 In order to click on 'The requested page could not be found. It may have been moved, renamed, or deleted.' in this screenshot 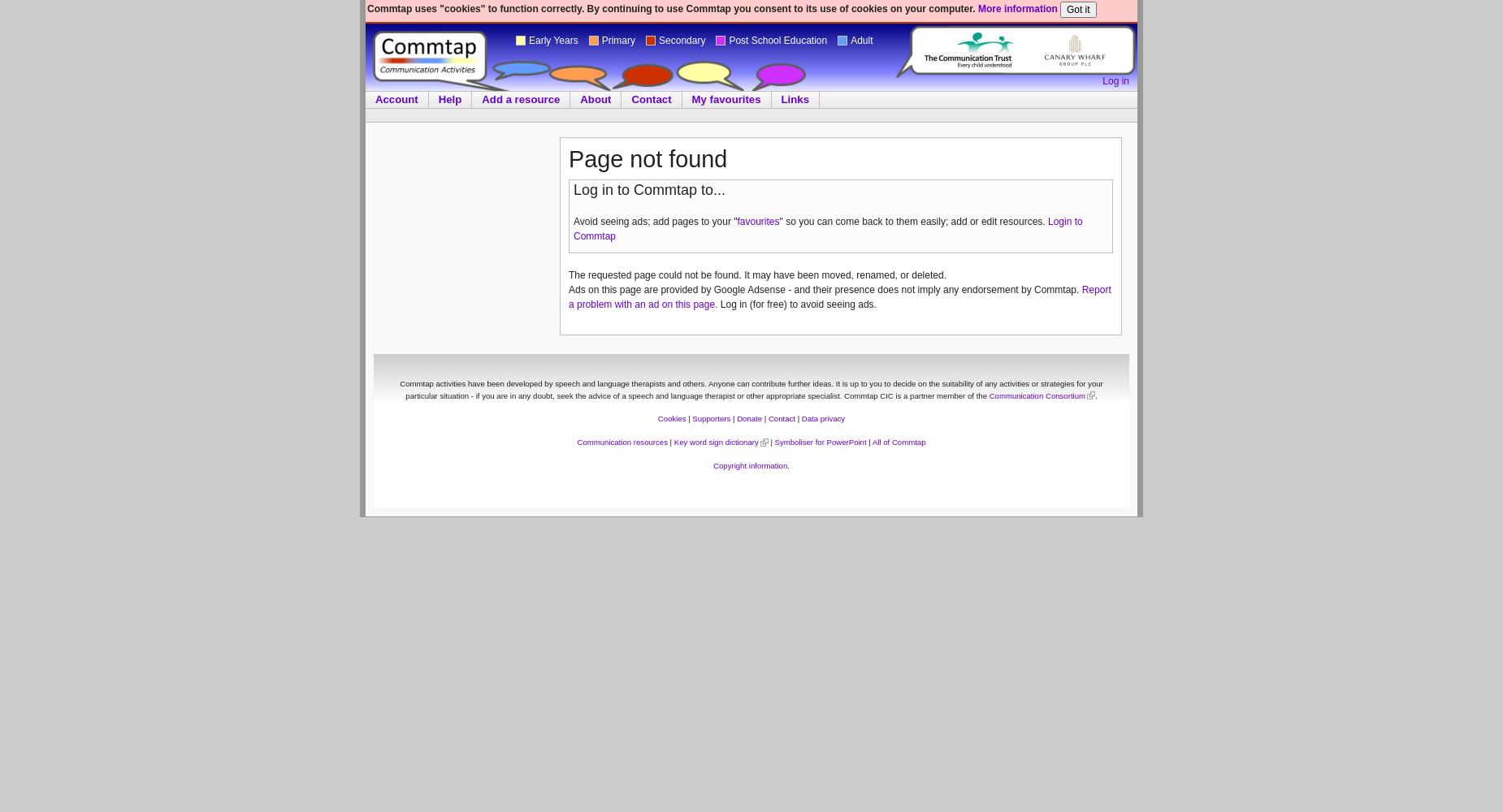, I will do `click(756, 274)`.